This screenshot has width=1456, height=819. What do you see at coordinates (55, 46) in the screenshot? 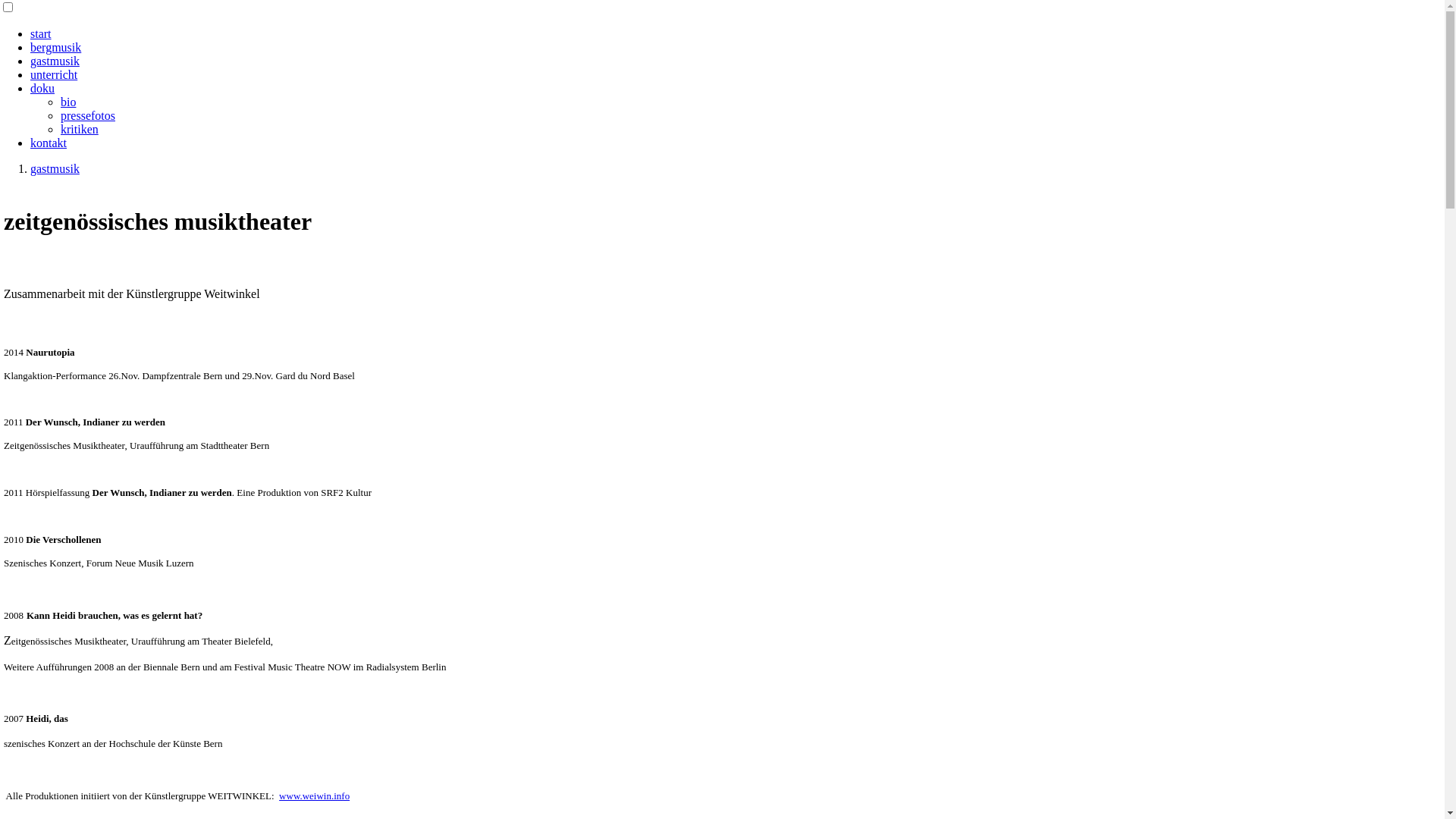
I see `'bergmusik'` at bounding box center [55, 46].